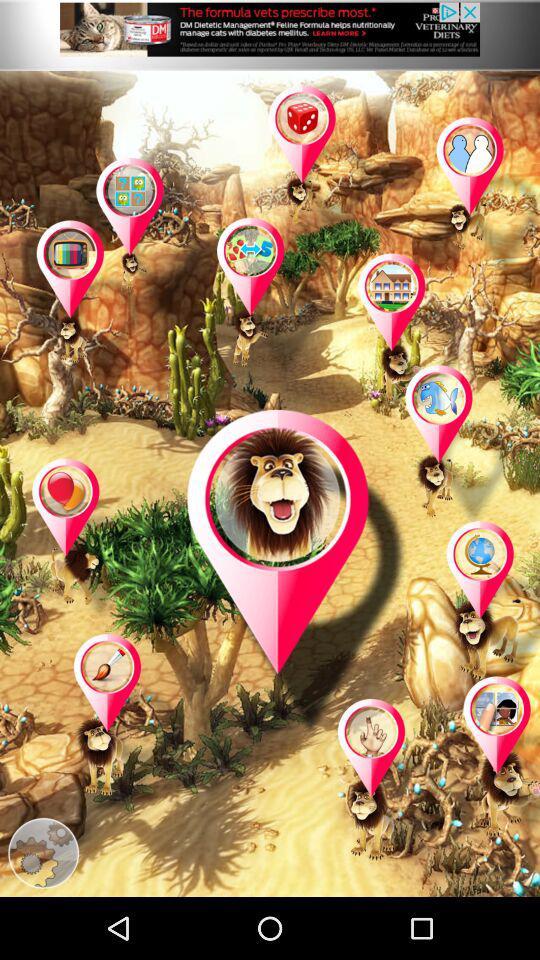  Describe the element at coordinates (149, 239) in the screenshot. I see `image button` at that location.